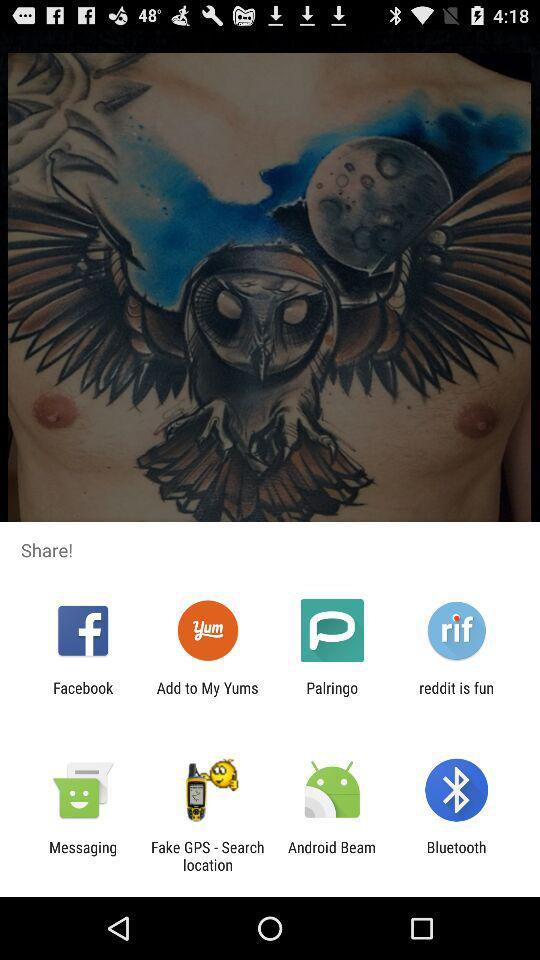 The image size is (540, 960). I want to click on android beam item, so click(332, 855).